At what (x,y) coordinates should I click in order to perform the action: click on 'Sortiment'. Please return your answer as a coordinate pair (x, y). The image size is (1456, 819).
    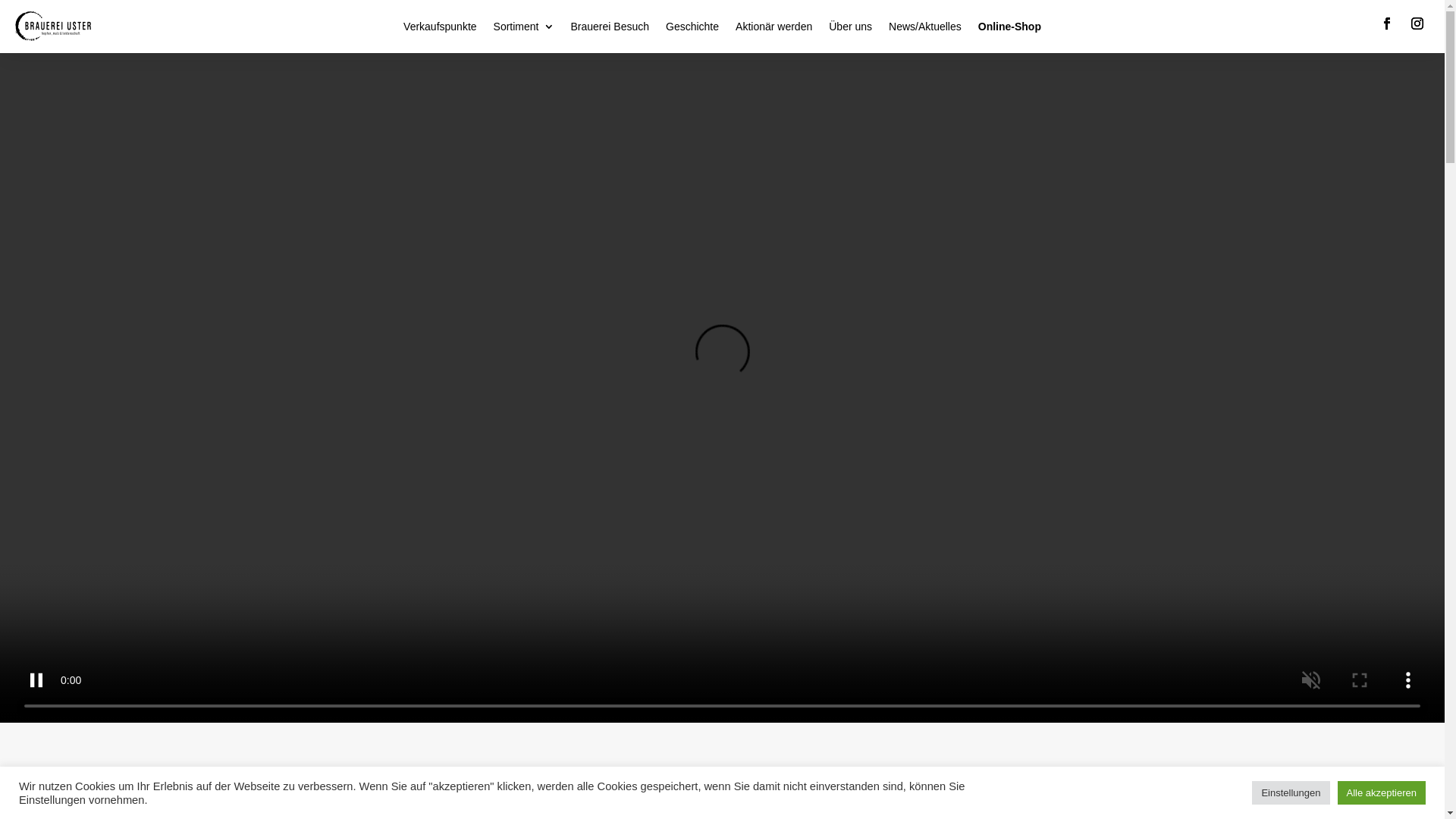
    Looking at the image, I should click on (494, 29).